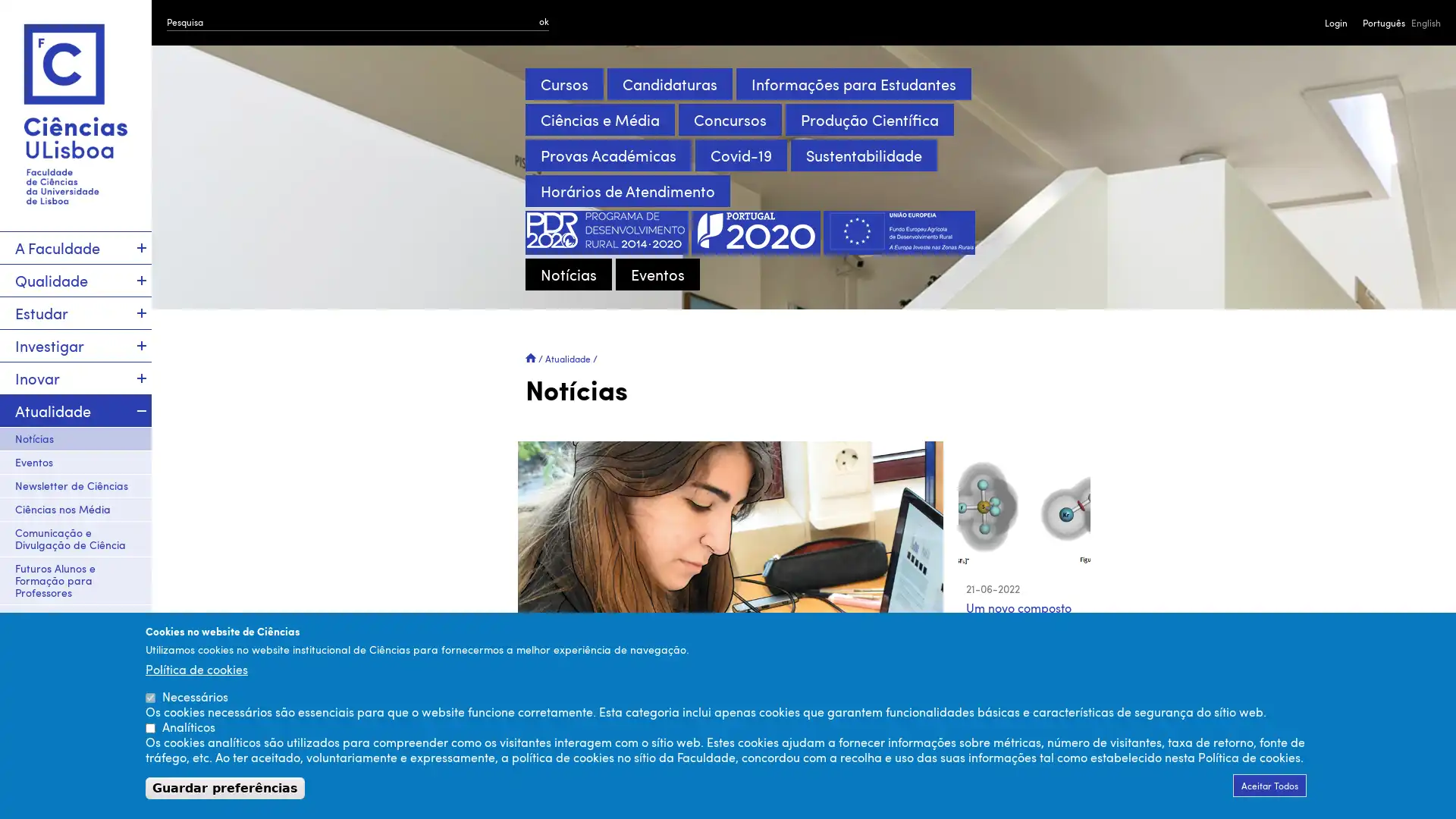  I want to click on Politica de cookies, so click(196, 668).